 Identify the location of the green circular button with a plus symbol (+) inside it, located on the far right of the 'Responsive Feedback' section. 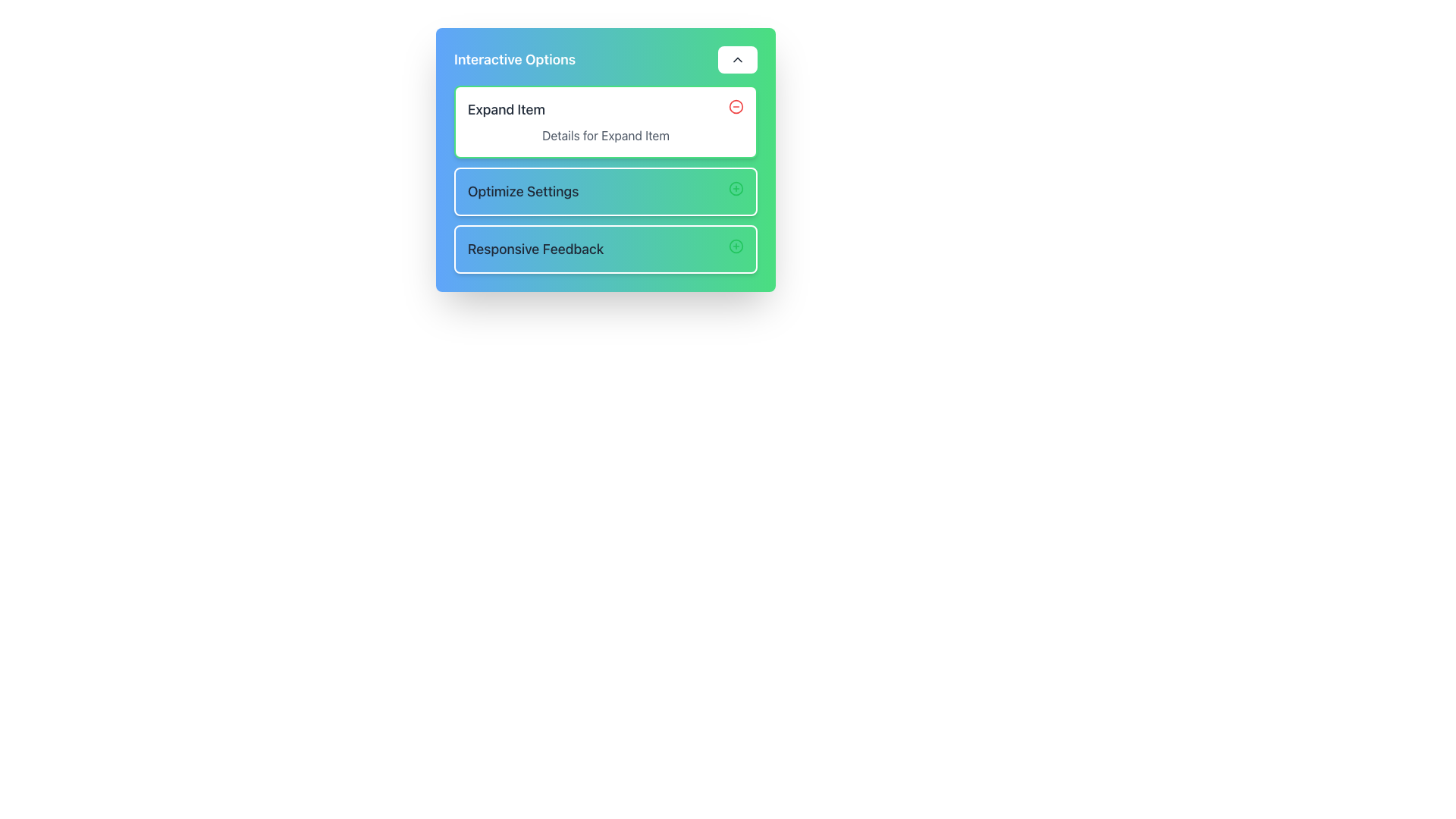
(736, 245).